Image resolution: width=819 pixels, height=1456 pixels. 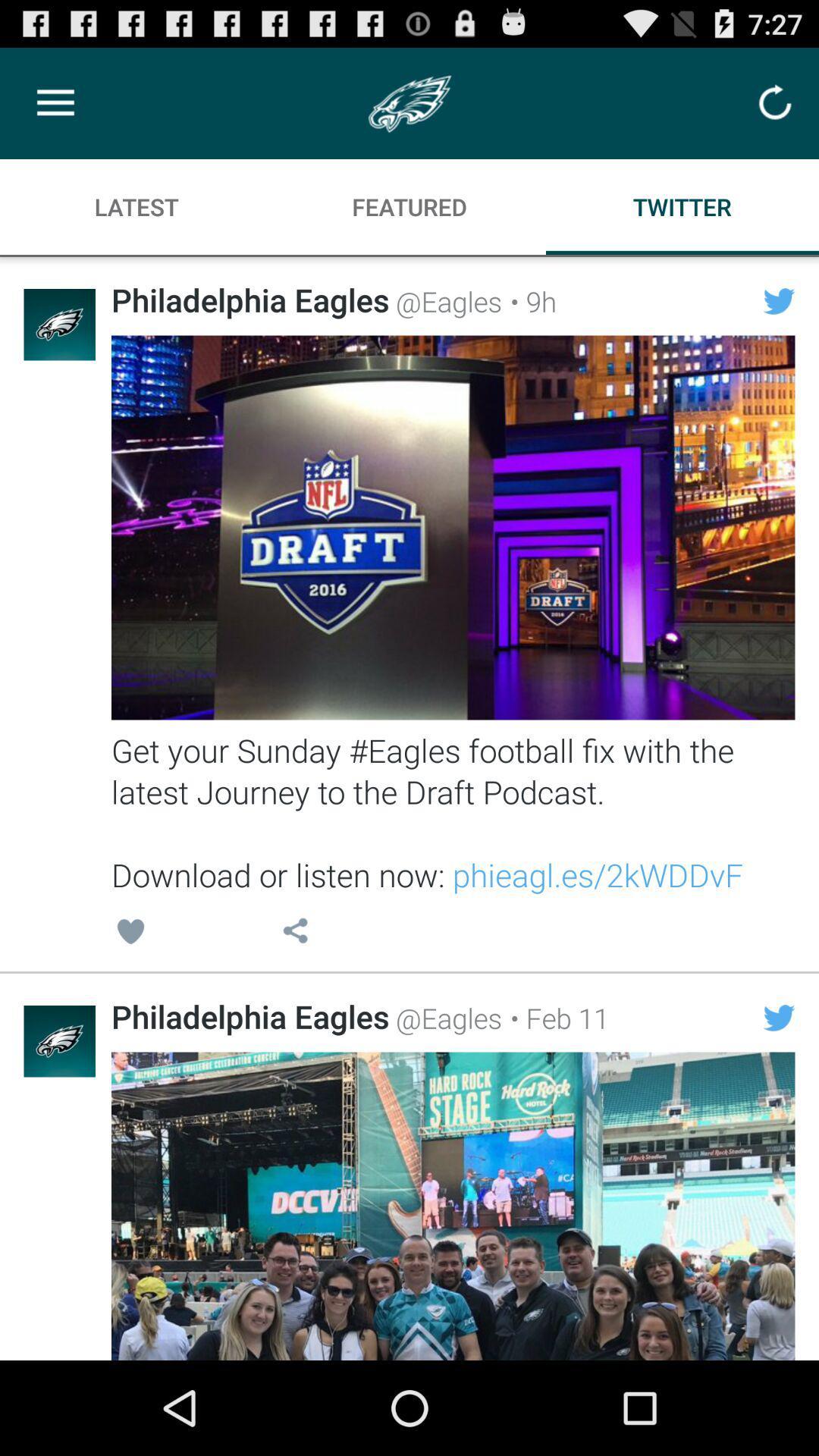 What do you see at coordinates (452, 1205) in the screenshot?
I see `scroll down` at bounding box center [452, 1205].